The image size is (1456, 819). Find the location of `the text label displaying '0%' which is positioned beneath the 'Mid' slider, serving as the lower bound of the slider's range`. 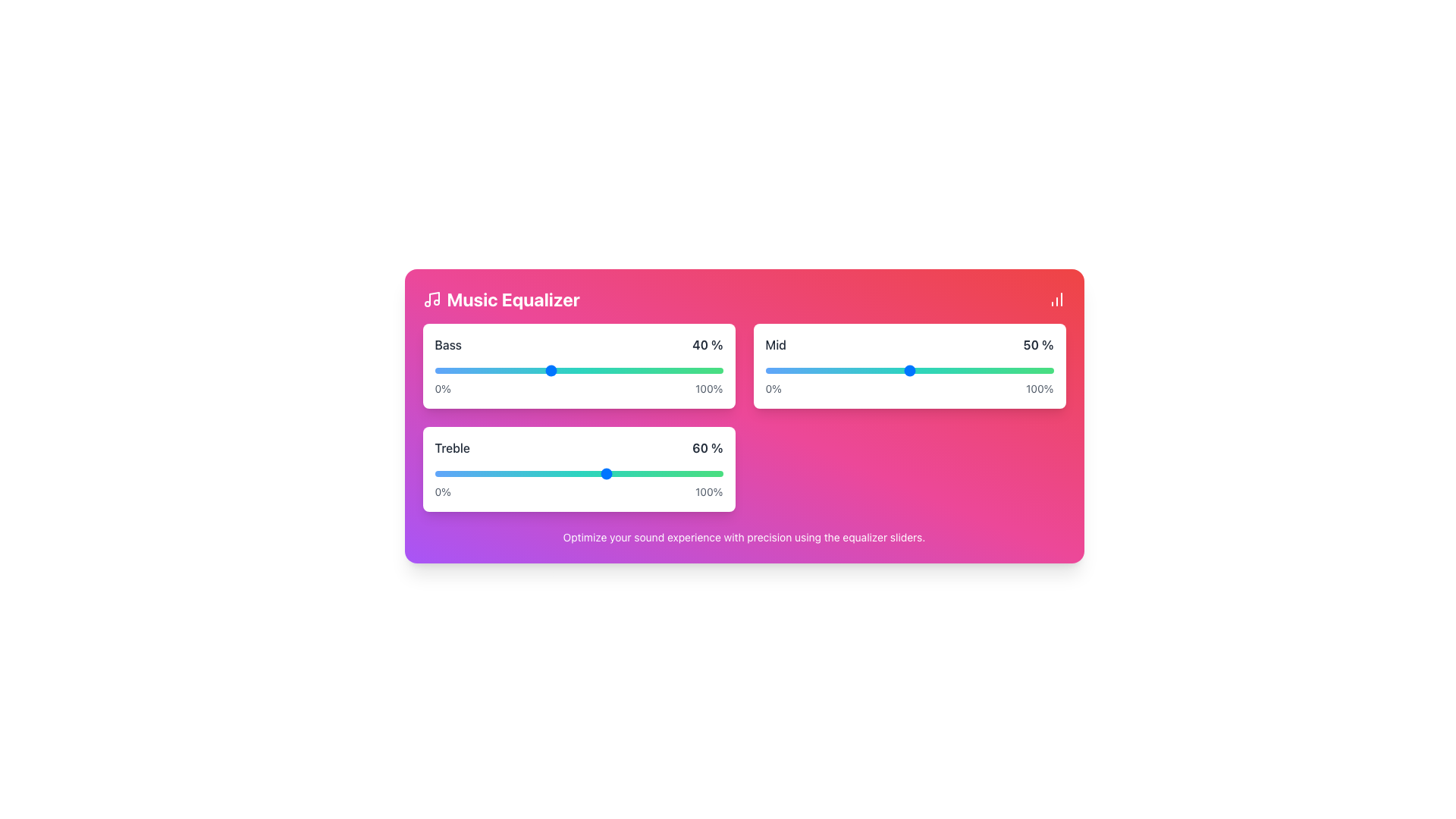

the text label displaying '0%' which is positioned beneath the 'Mid' slider, serving as the lower bound of the slider's range is located at coordinates (773, 388).